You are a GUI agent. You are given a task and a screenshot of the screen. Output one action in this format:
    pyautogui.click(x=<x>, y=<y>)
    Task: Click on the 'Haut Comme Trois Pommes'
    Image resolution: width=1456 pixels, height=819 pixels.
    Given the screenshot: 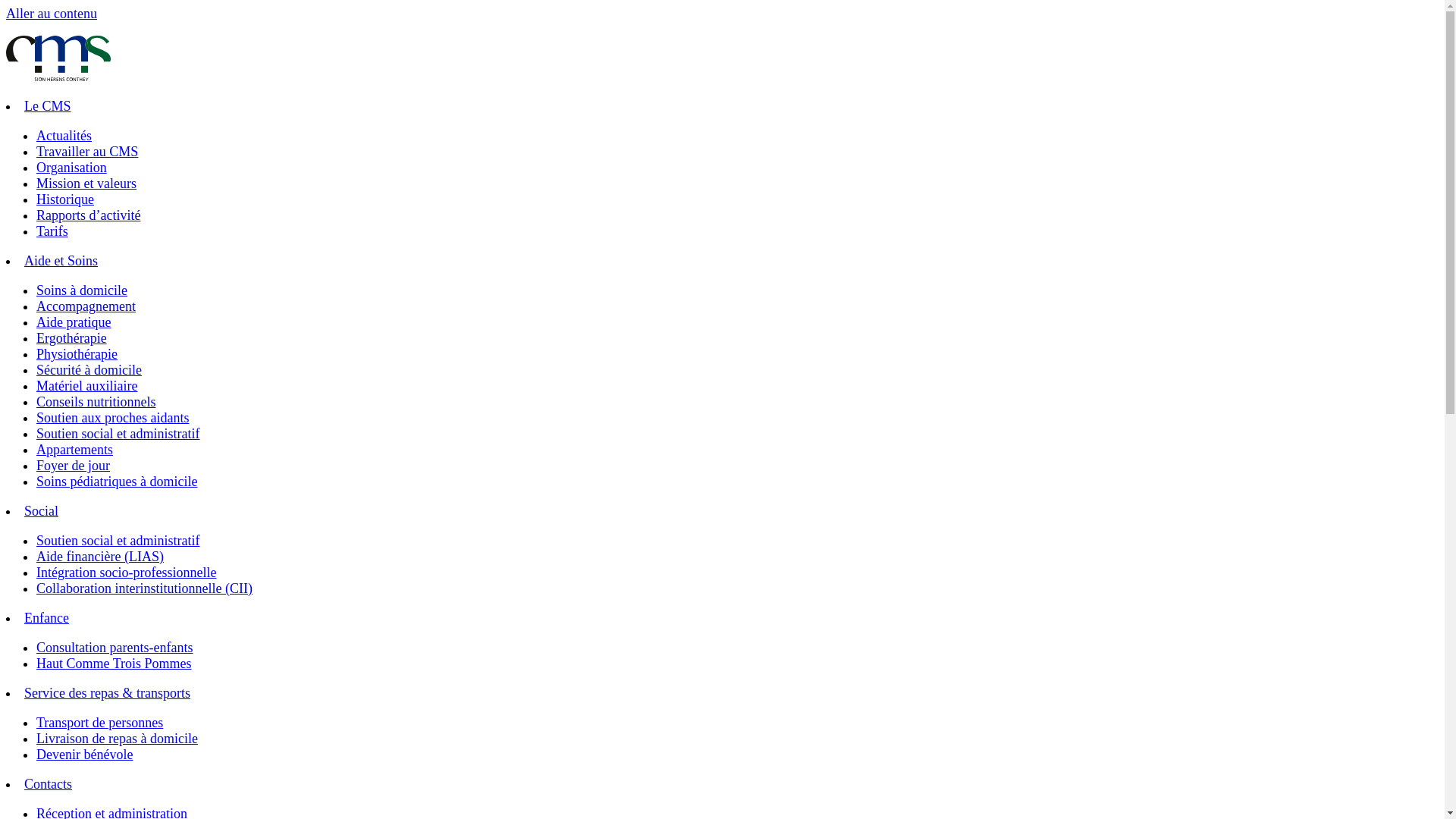 What is the action you would take?
    pyautogui.click(x=113, y=663)
    